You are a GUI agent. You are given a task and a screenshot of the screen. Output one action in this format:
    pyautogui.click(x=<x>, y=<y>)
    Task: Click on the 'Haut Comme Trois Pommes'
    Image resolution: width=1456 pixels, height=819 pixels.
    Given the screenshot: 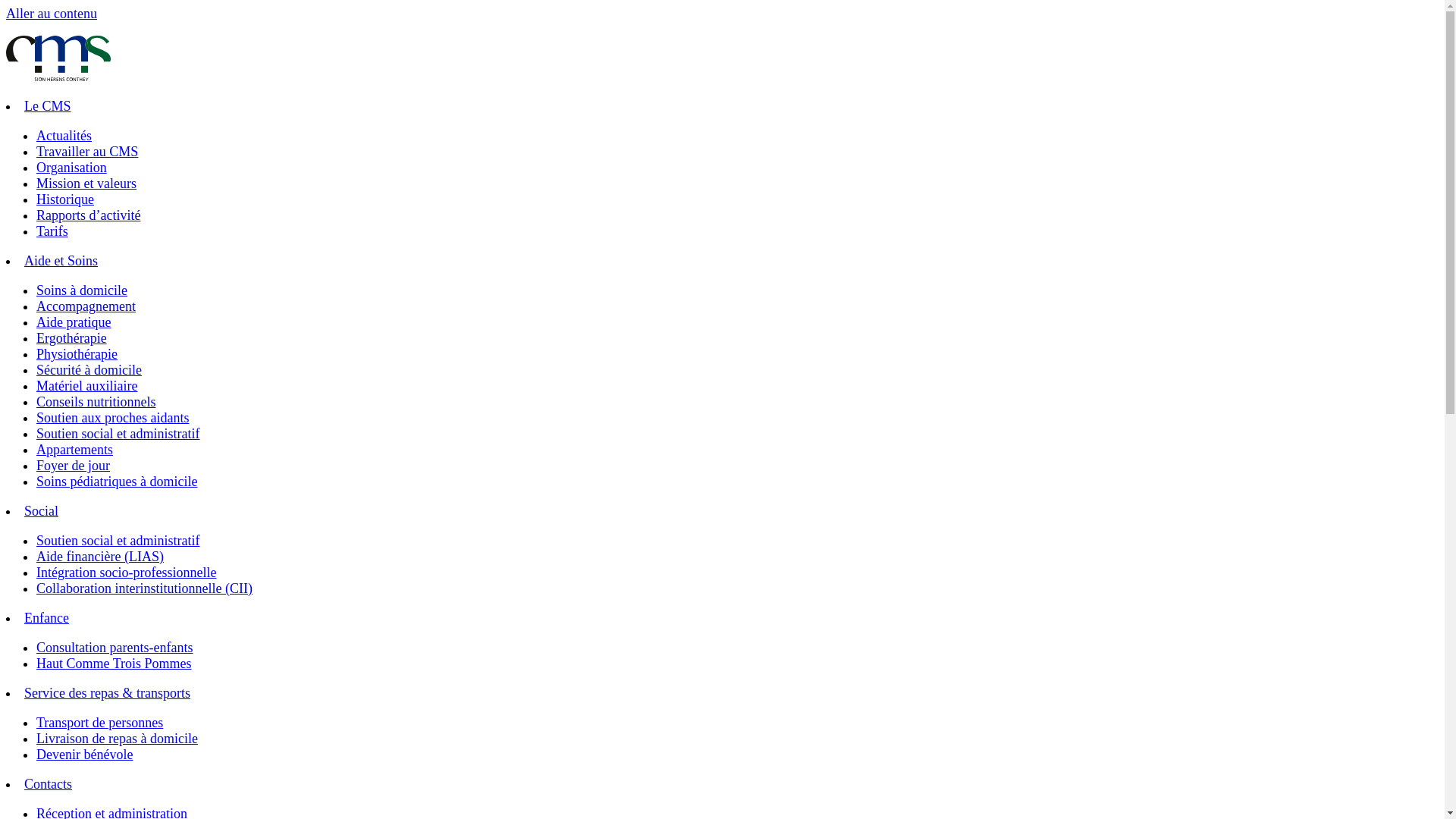 What is the action you would take?
    pyautogui.click(x=113, y=663)
    